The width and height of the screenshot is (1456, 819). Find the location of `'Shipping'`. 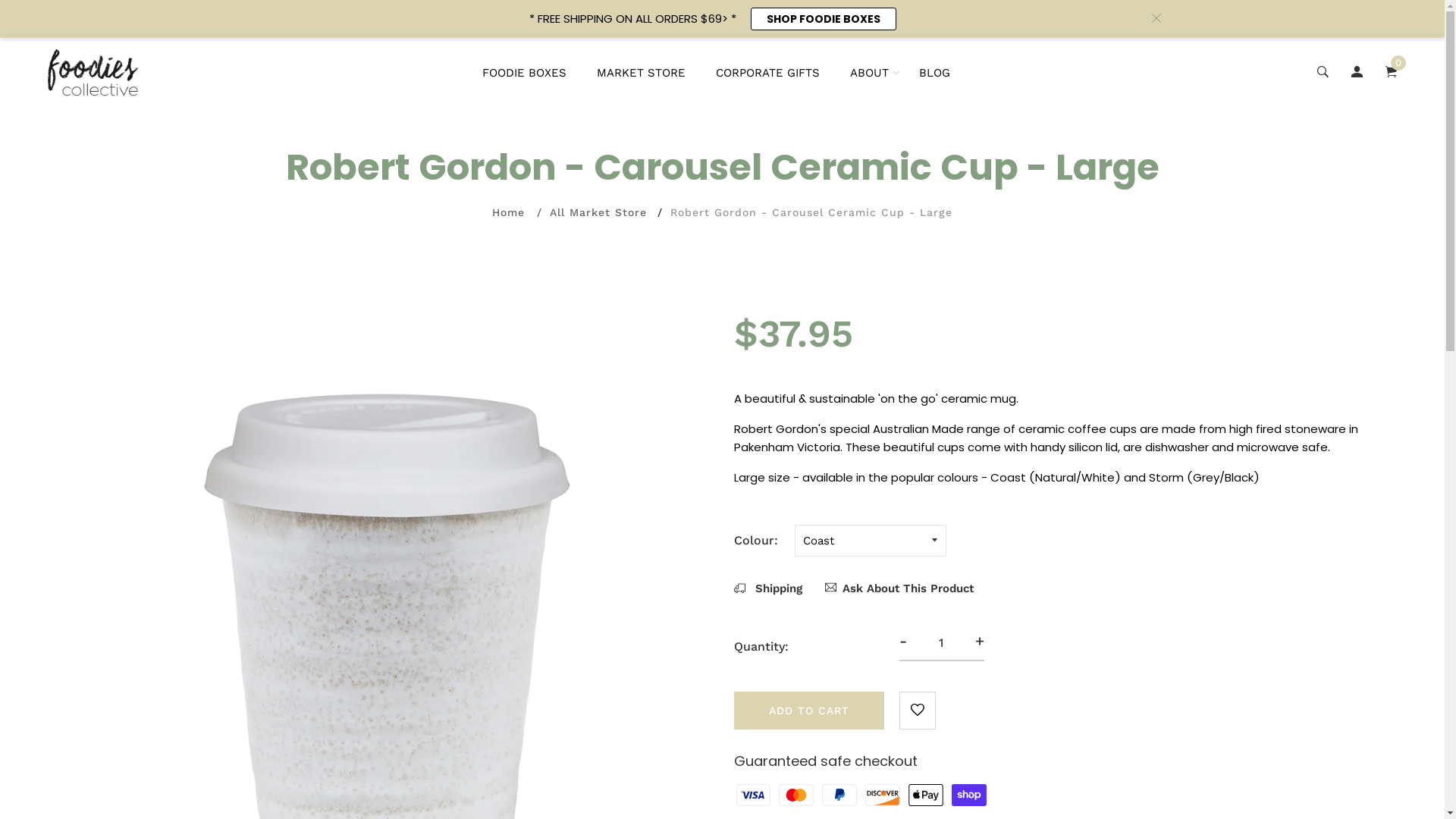

'Shipping' is located at coordinates (767, 587).